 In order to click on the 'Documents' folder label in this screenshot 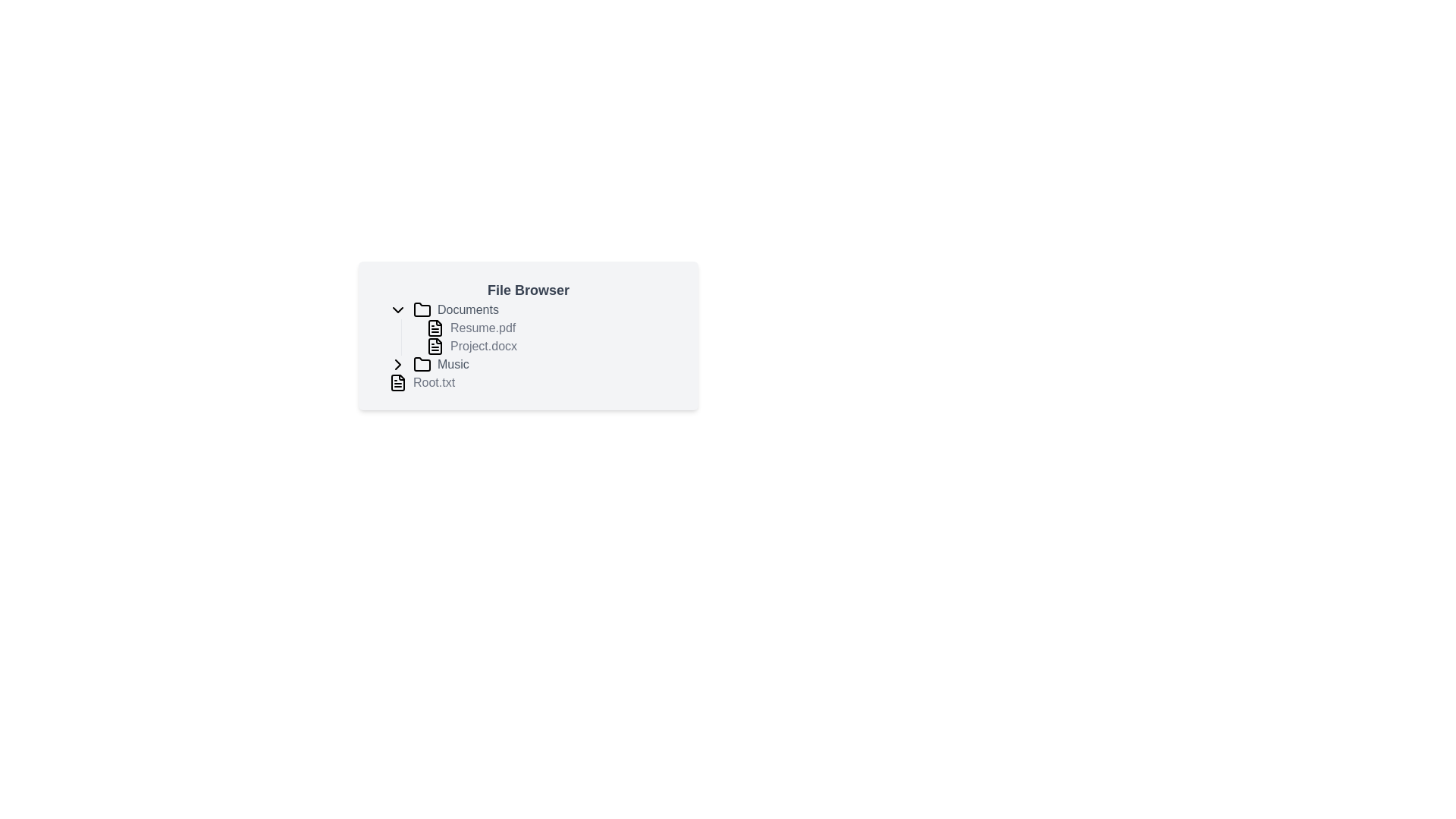, I will do `click(443, 309)`.